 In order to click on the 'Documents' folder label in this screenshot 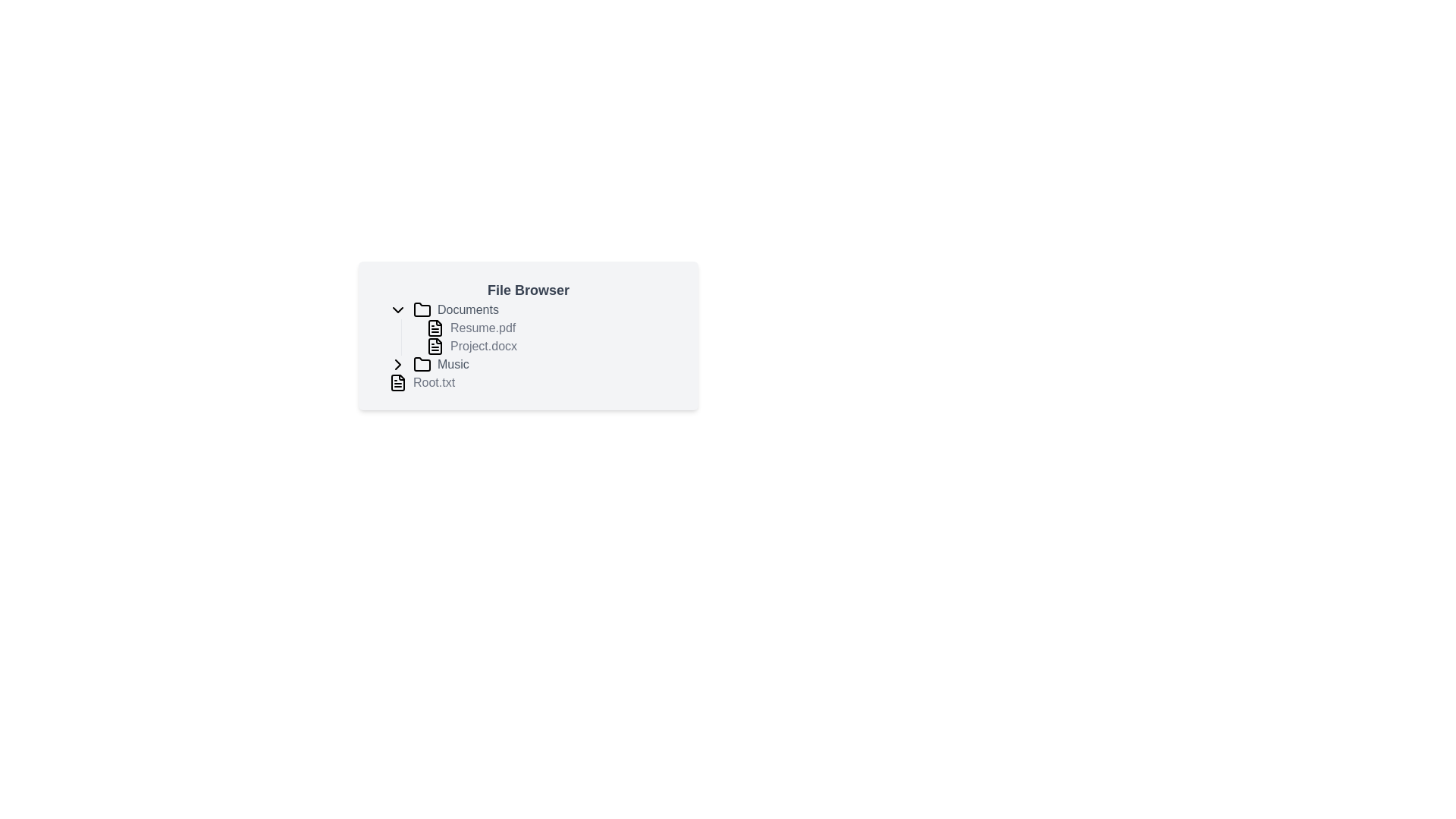, I will do `click(443, 309)`.